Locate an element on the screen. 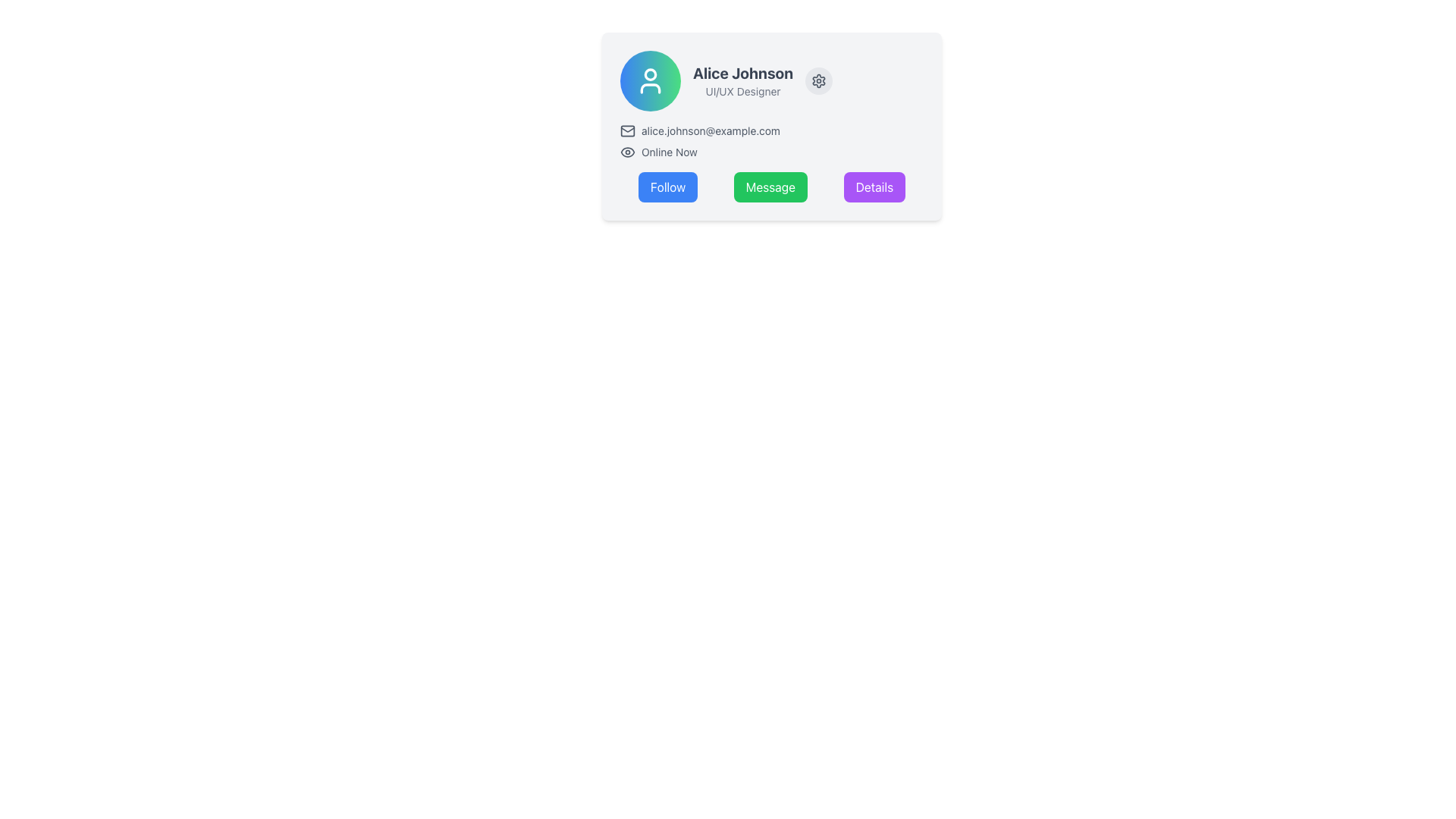 The height and width of the screenshot is (819, 1456). the Text Label that indicates the user's current online status, which is located below the user's email address and to the right of an eye icon in the interface layout is located at coordinates (668, 152).